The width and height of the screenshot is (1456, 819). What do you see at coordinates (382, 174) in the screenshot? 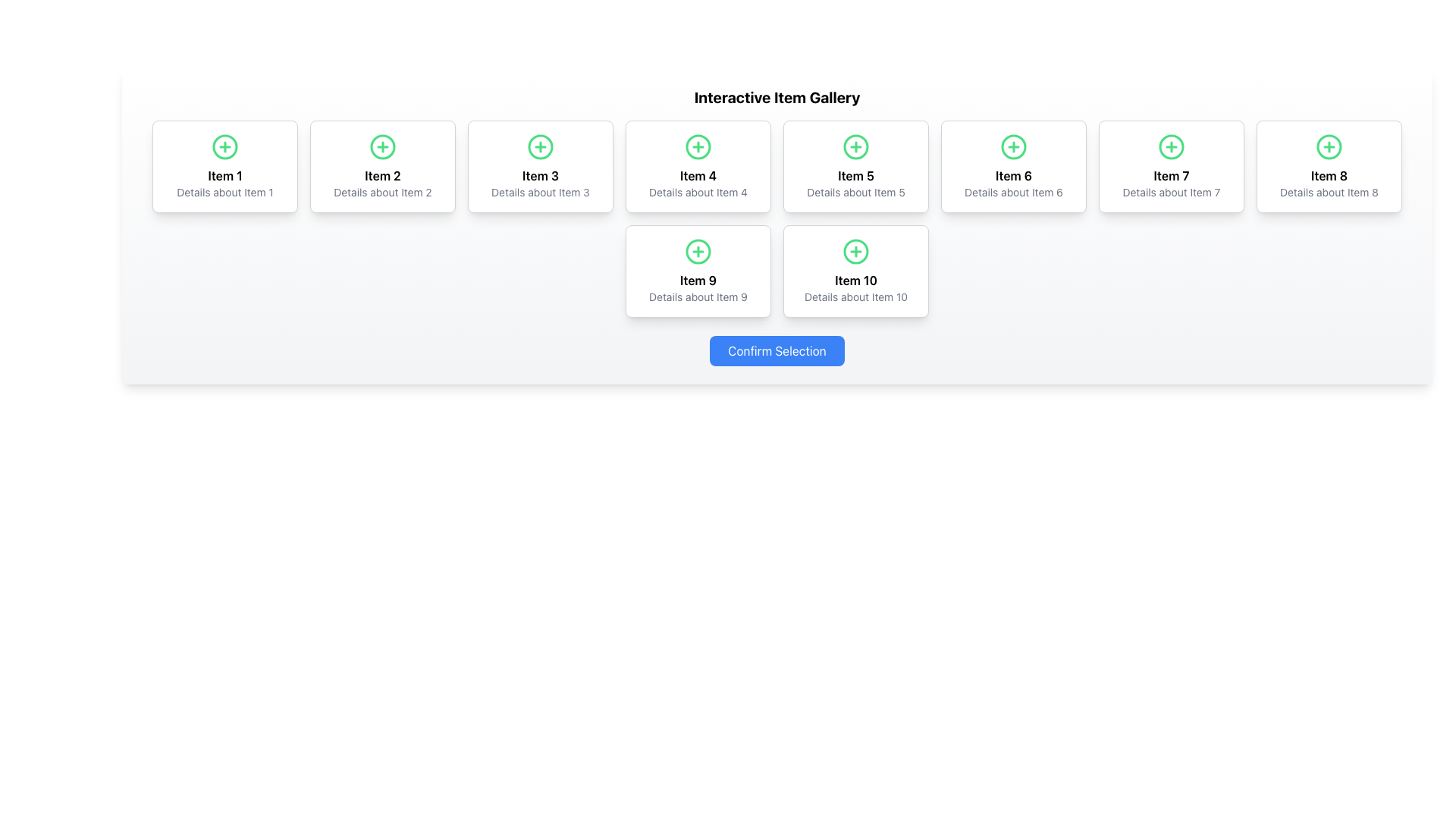
I see `the bold text label displaying 'Item 2', which is centered in the second card of the item gallery` at bounding box center [382, 174].